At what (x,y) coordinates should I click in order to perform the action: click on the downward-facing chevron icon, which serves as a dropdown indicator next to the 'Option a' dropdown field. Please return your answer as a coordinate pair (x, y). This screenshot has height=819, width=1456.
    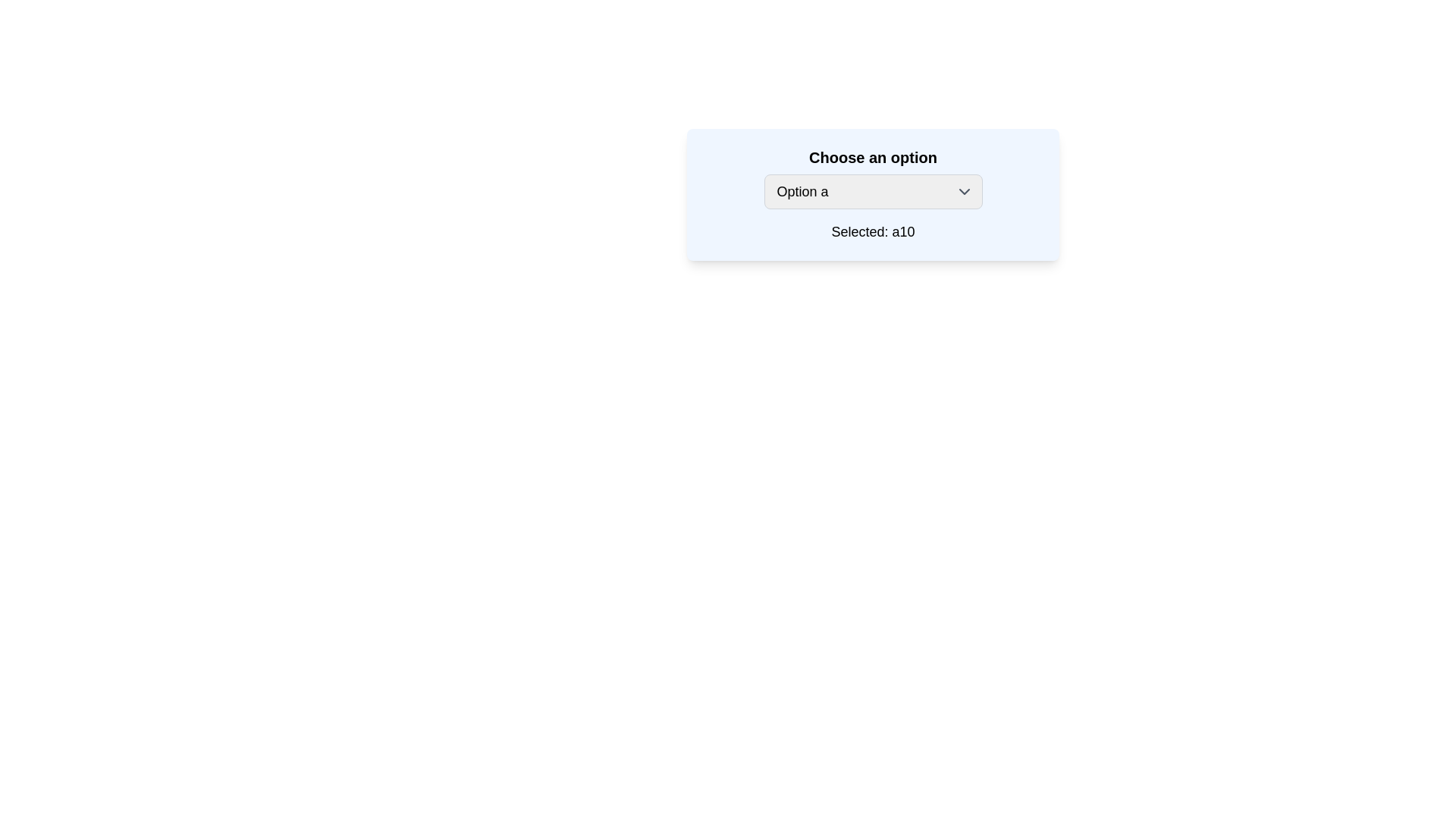
    Looking at the image, I should click on (963, 191).